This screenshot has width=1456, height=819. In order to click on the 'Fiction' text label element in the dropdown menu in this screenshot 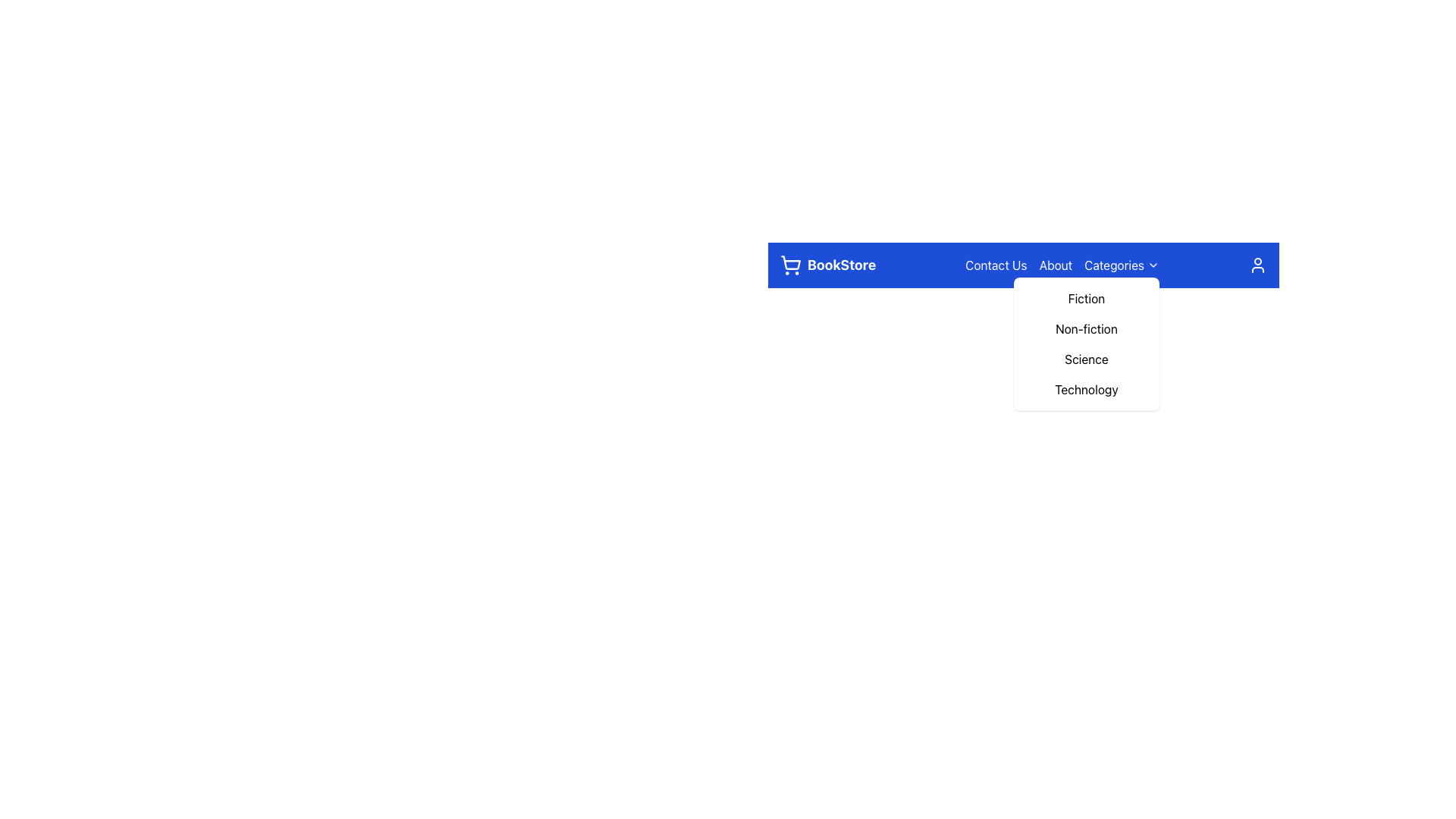, I will do `click(1085, 298)`.